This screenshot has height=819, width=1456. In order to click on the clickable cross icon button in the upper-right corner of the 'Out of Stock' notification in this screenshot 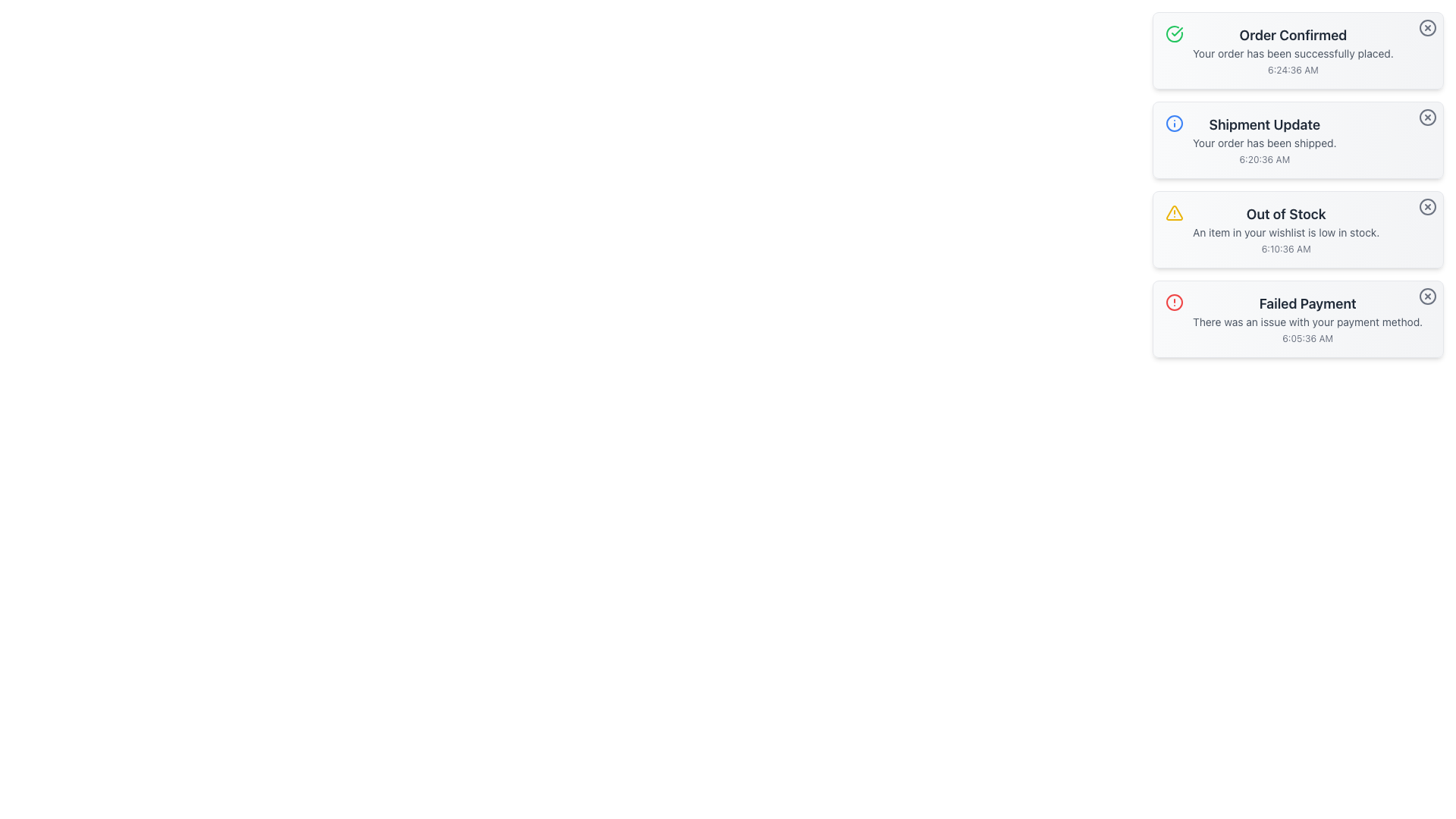, I will do `click(1426, 207)`.